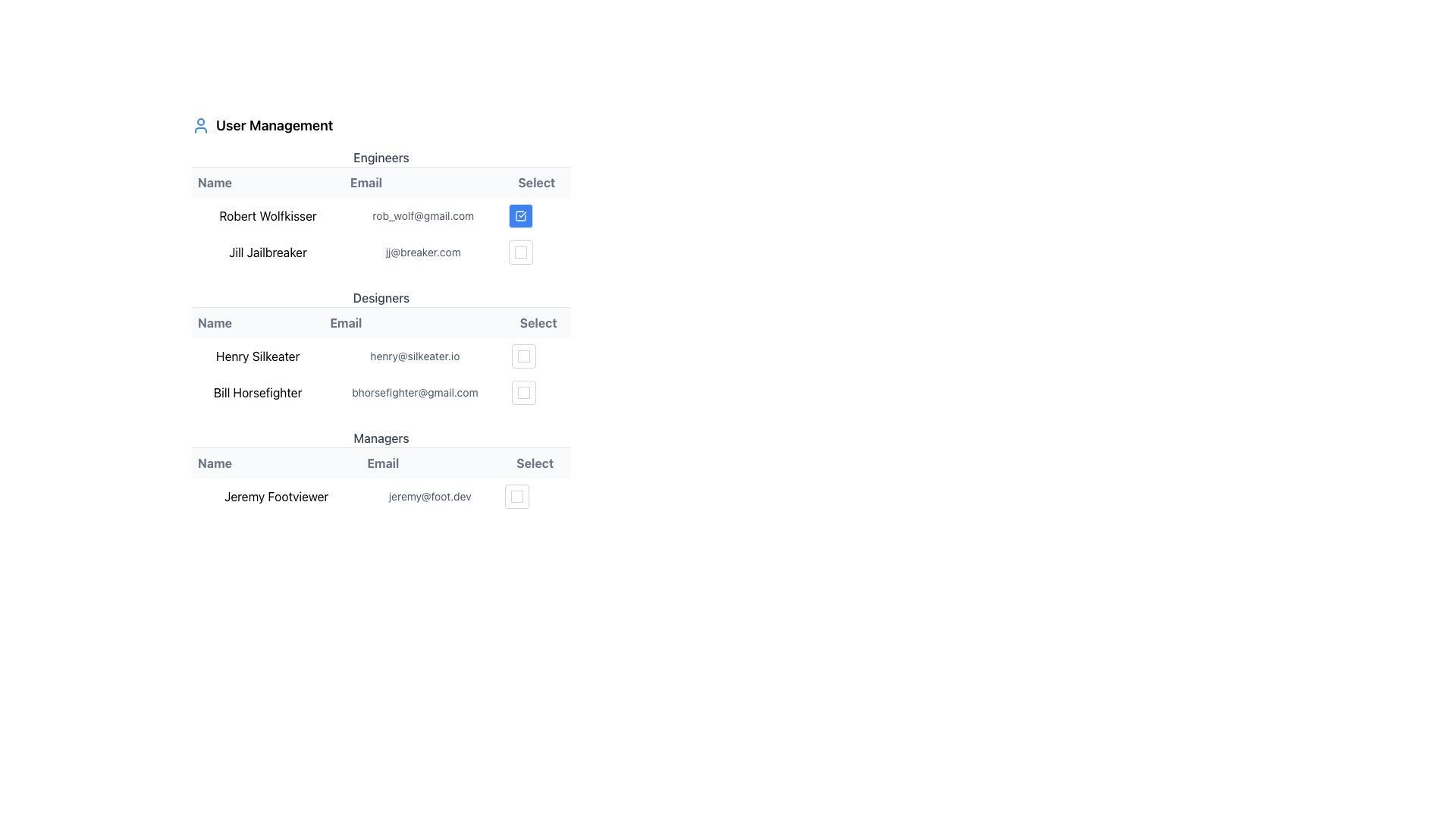 This screenshot has height=819, width=1456. Describe the element at coordinates (520, 216) in the screenshot. I see `the blue checkbox icon with a white checkmark under the 'Engineers' header, aligned with the 'Robert Wolfkisser' row` at that location.